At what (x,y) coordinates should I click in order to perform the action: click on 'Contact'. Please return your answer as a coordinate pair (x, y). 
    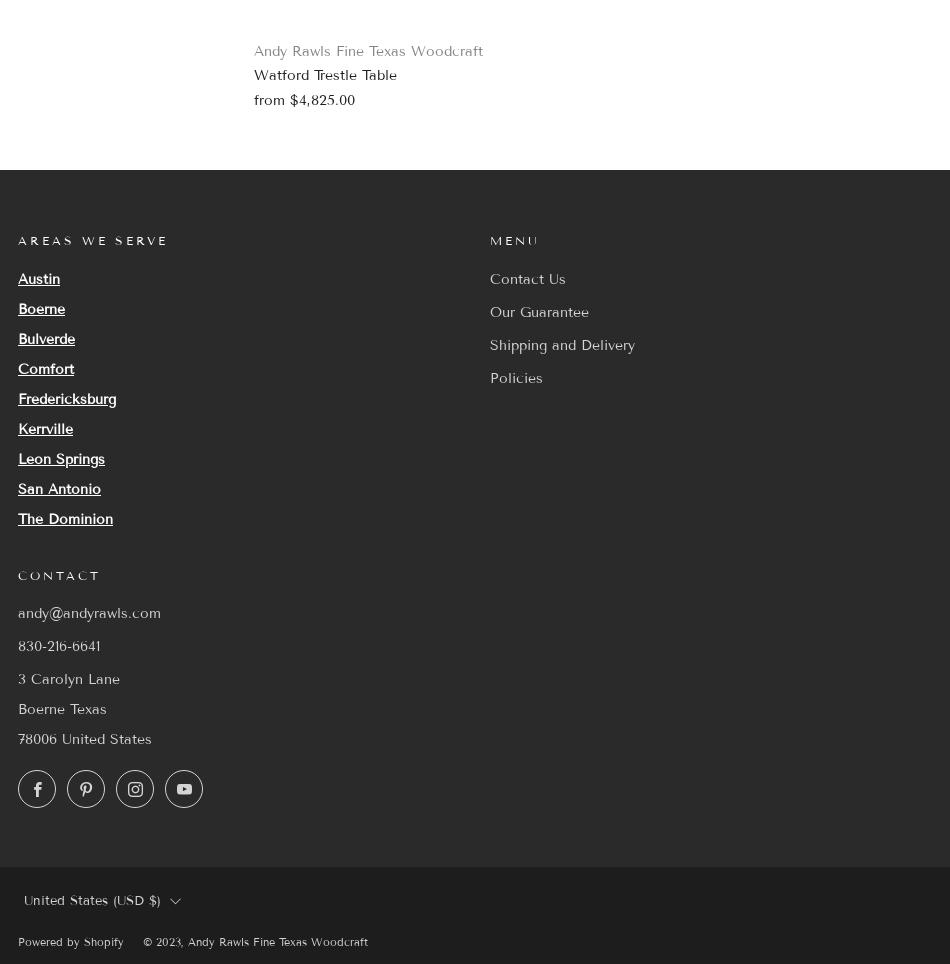
    Looking at the image, I should click on (59, 573).